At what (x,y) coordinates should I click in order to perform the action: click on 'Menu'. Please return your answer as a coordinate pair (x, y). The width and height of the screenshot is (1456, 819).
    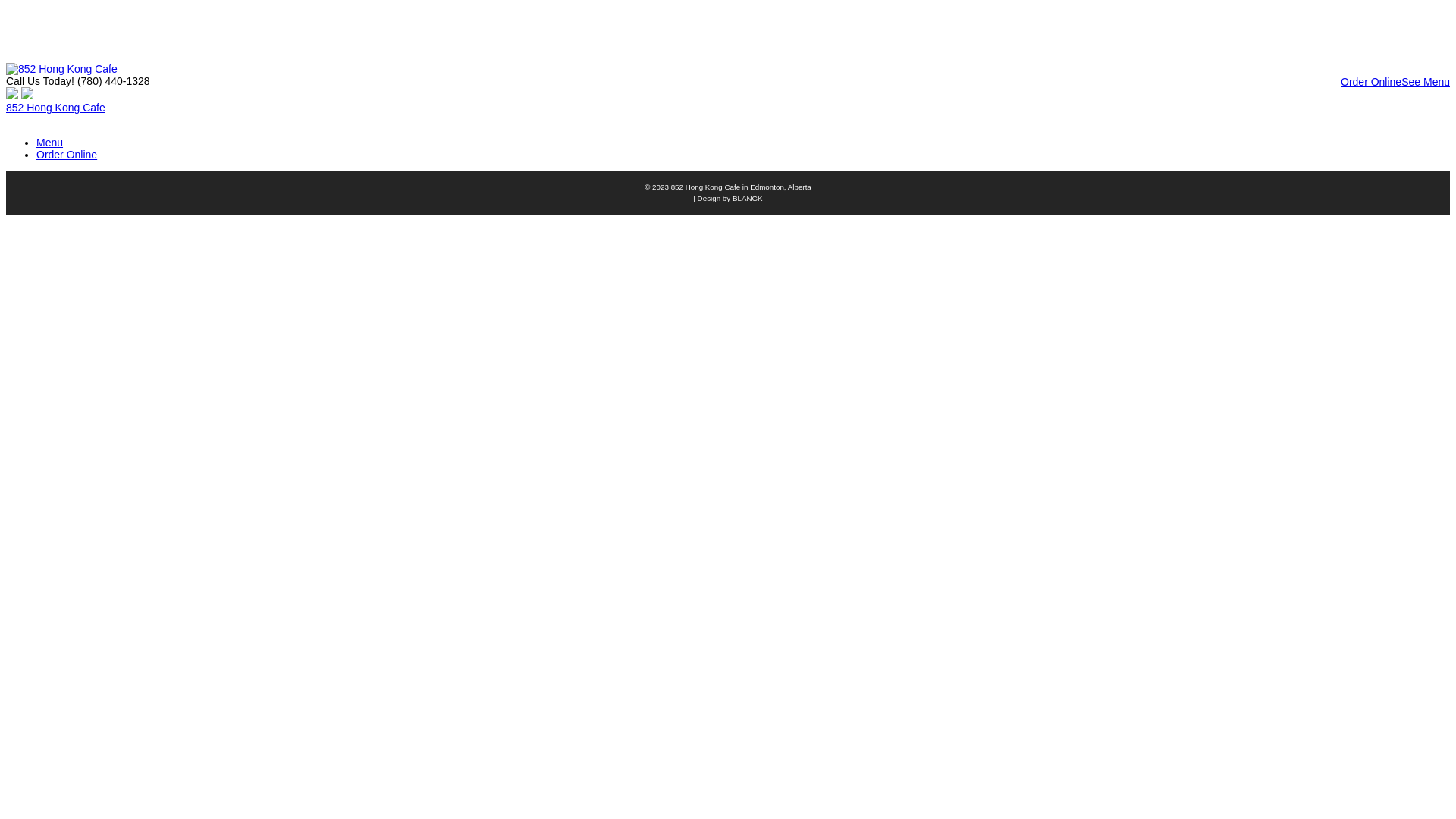
    Looking at the image, I should click on (49, 143).